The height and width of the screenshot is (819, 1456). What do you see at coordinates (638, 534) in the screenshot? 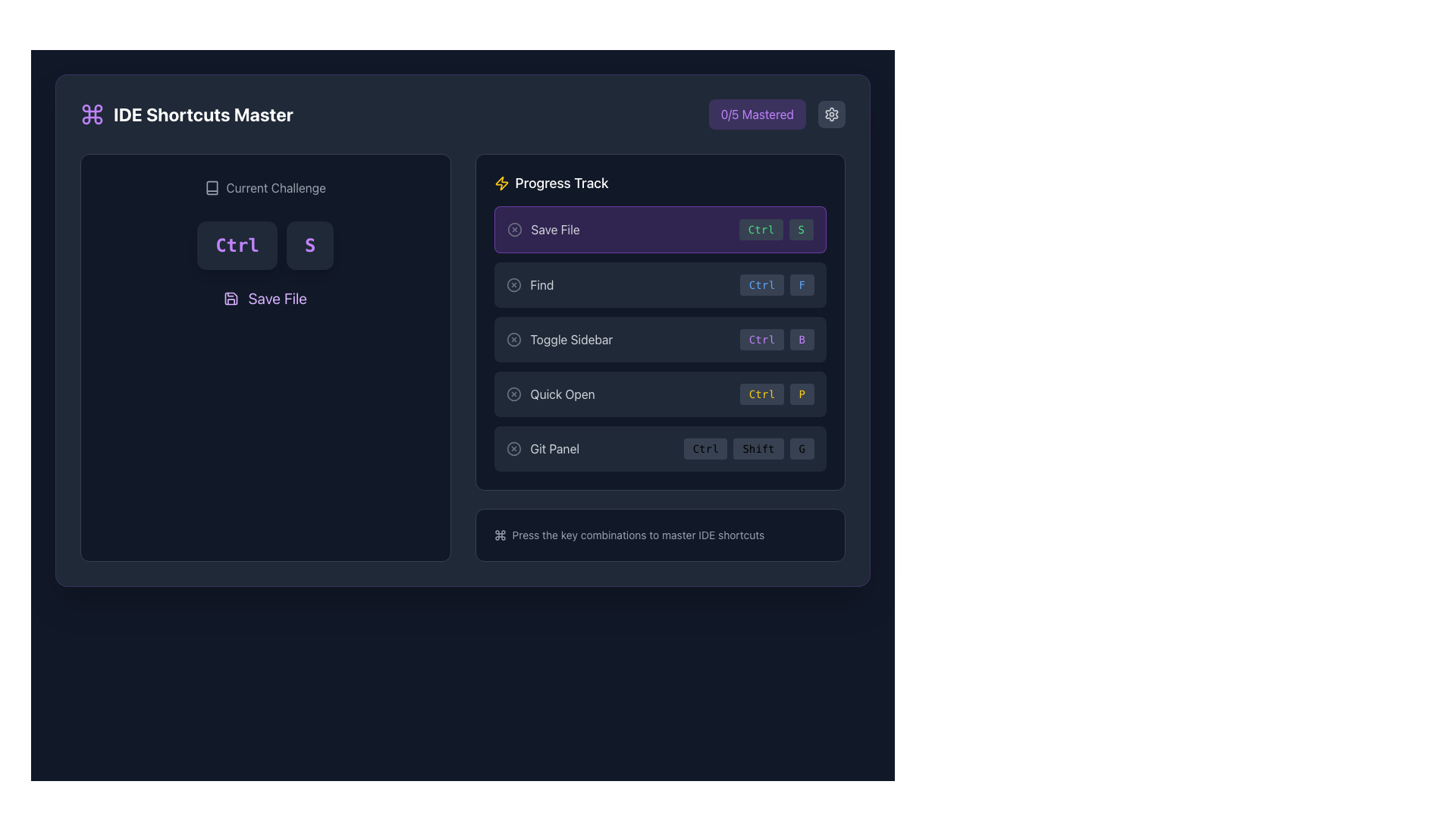
I see `the Static Text Label that reads 'Press the key combinations to master IDE shortcuts', which is styled with a small font size and gray color, located at the bottom of the main content area next to a 'command' symbol icon` at bounding box center [638, 534].